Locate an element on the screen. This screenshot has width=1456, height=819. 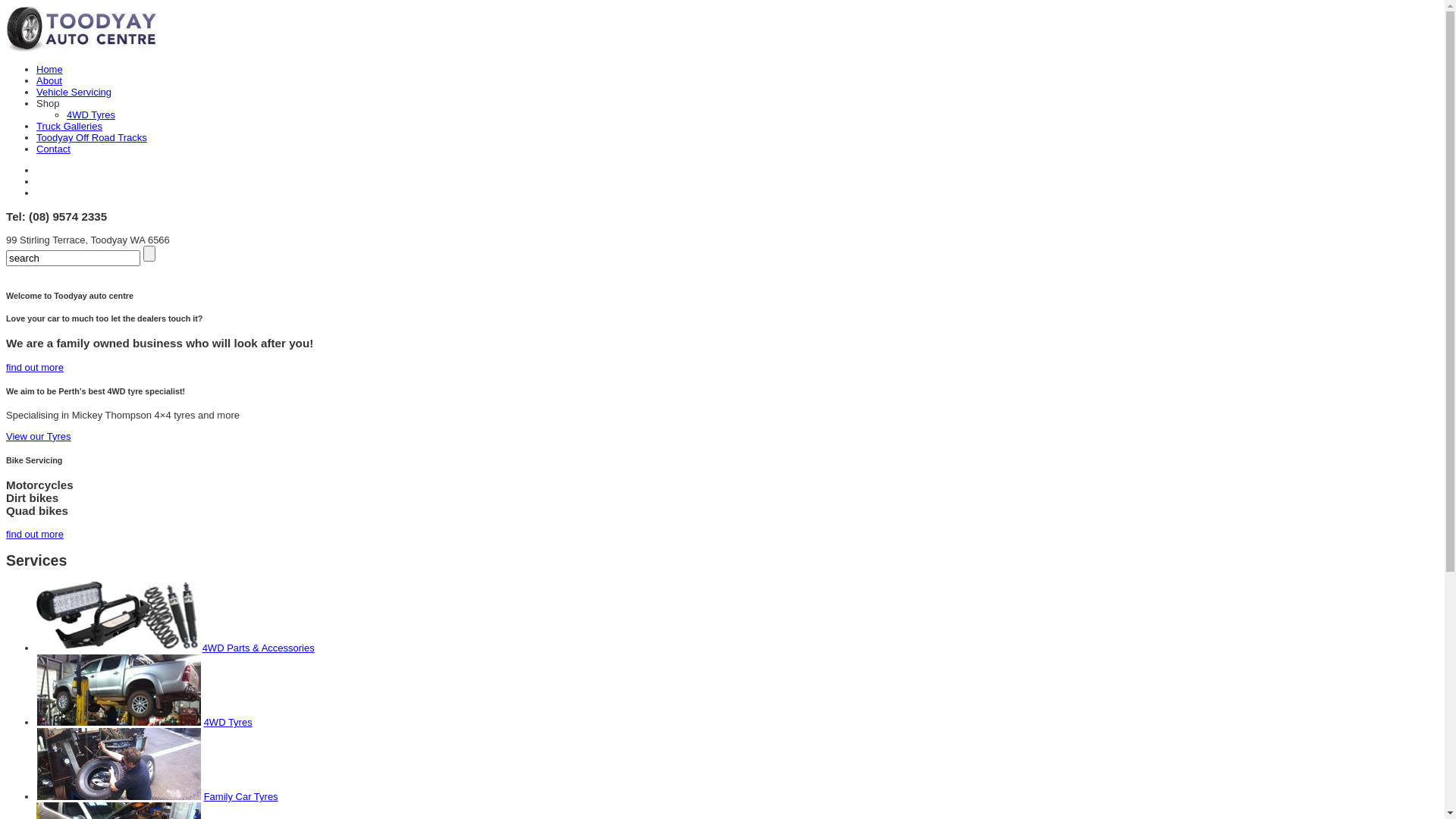
'4WD Tyres' is located at coordinates (227, 721).